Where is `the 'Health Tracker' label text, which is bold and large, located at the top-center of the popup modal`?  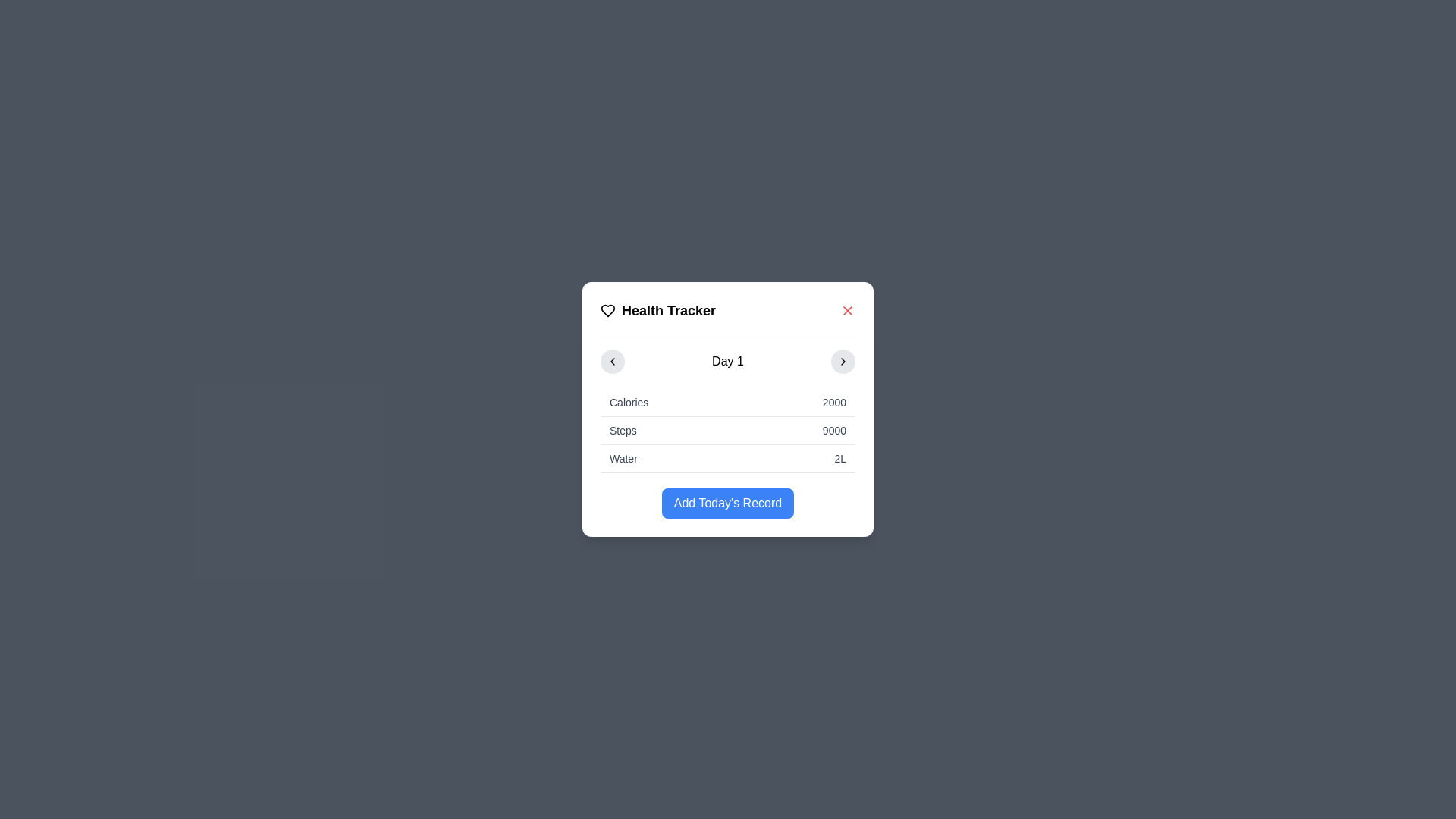
the 'Health Tracker' label text, which is bold and large, located at the top-center of the popup modal is located at coordinates (658, 309).